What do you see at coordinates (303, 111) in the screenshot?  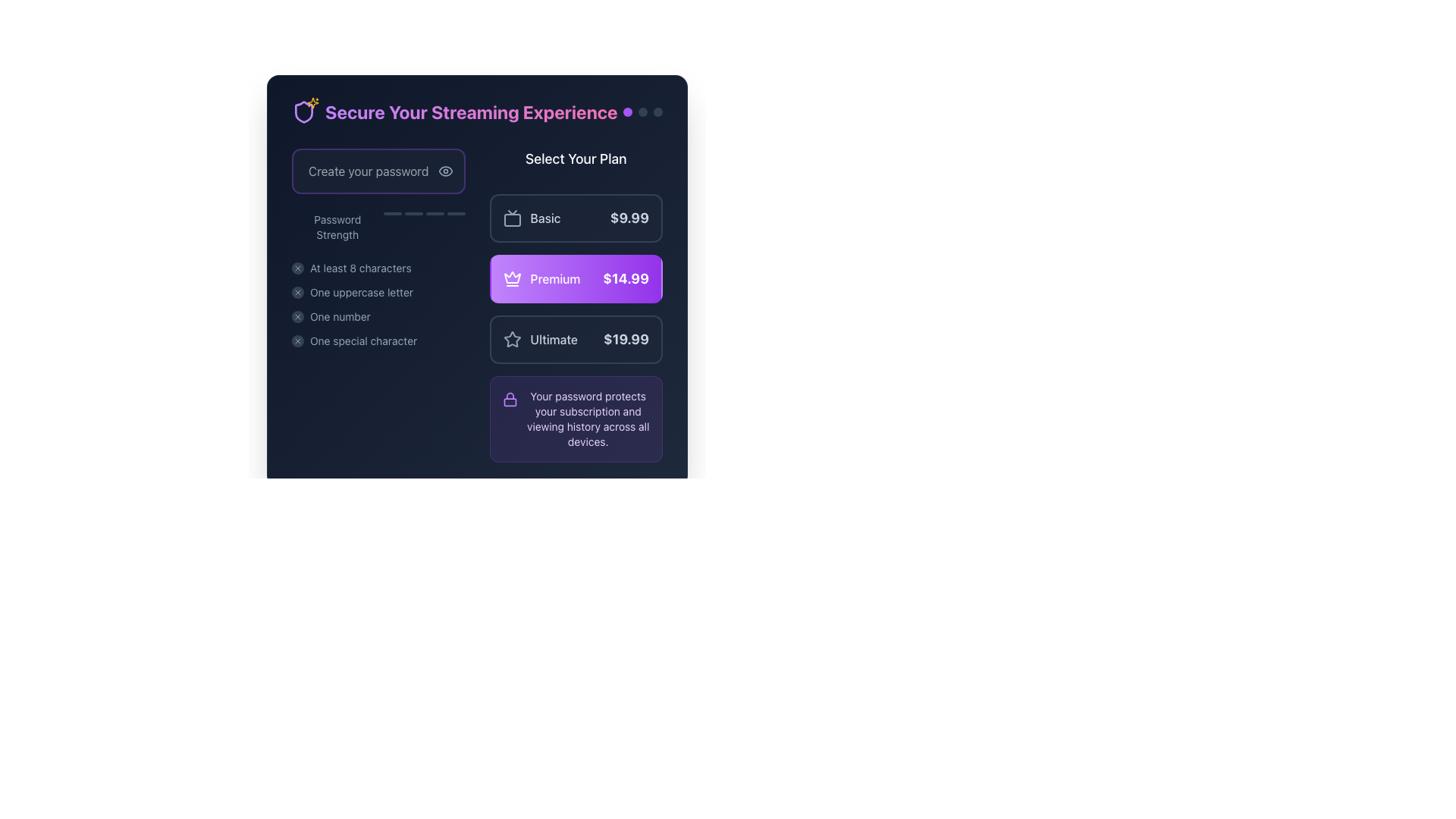 I see `security icon located to the left of the 'Secure Your Streaming Experience' text for aesthetic details` at bounding box center [303, 111].